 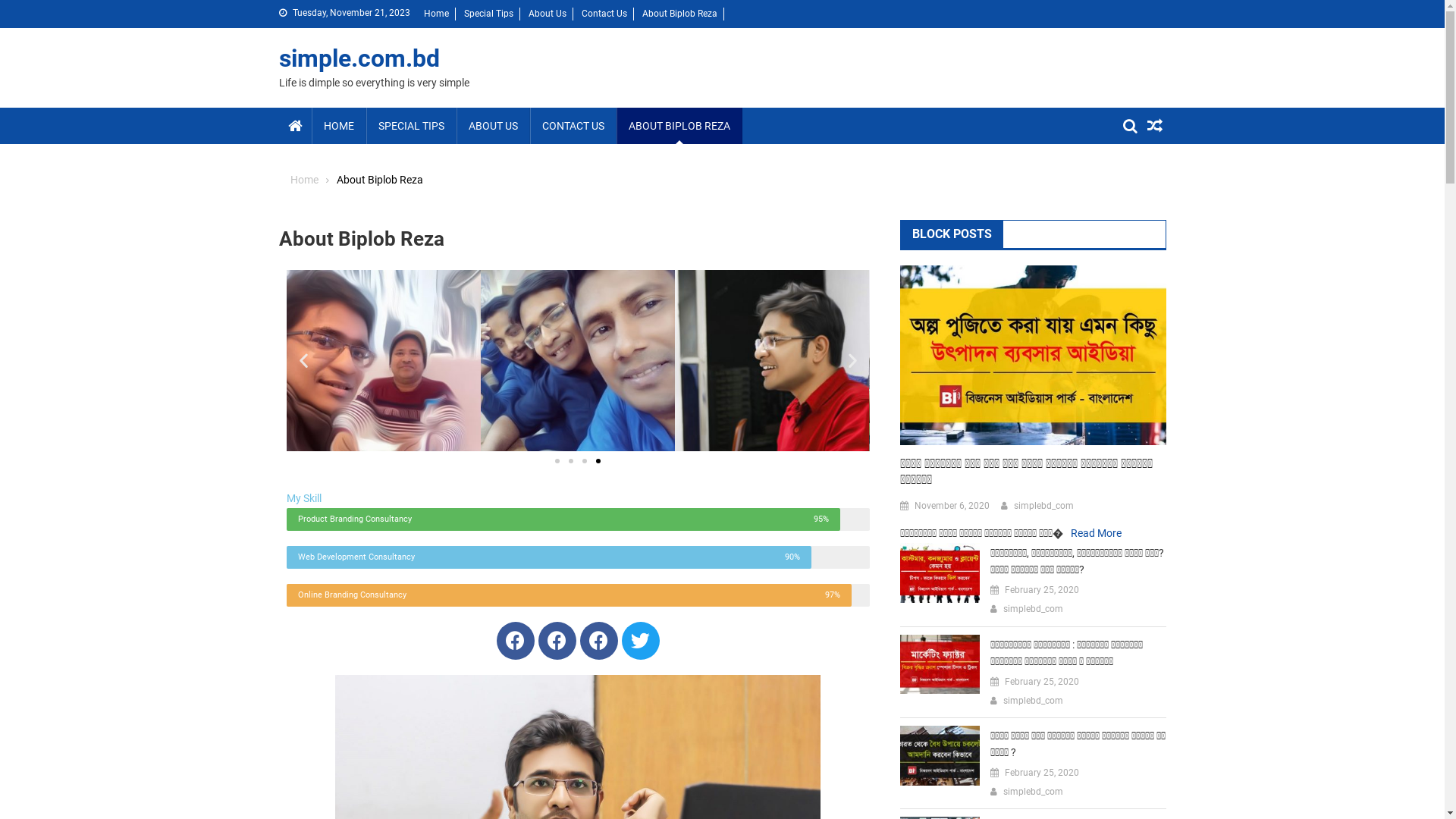 What do you see at coordinates (1032, 792) in the screenshot?
I see `'simplebd_com'` at bounding box center [1032, 792].